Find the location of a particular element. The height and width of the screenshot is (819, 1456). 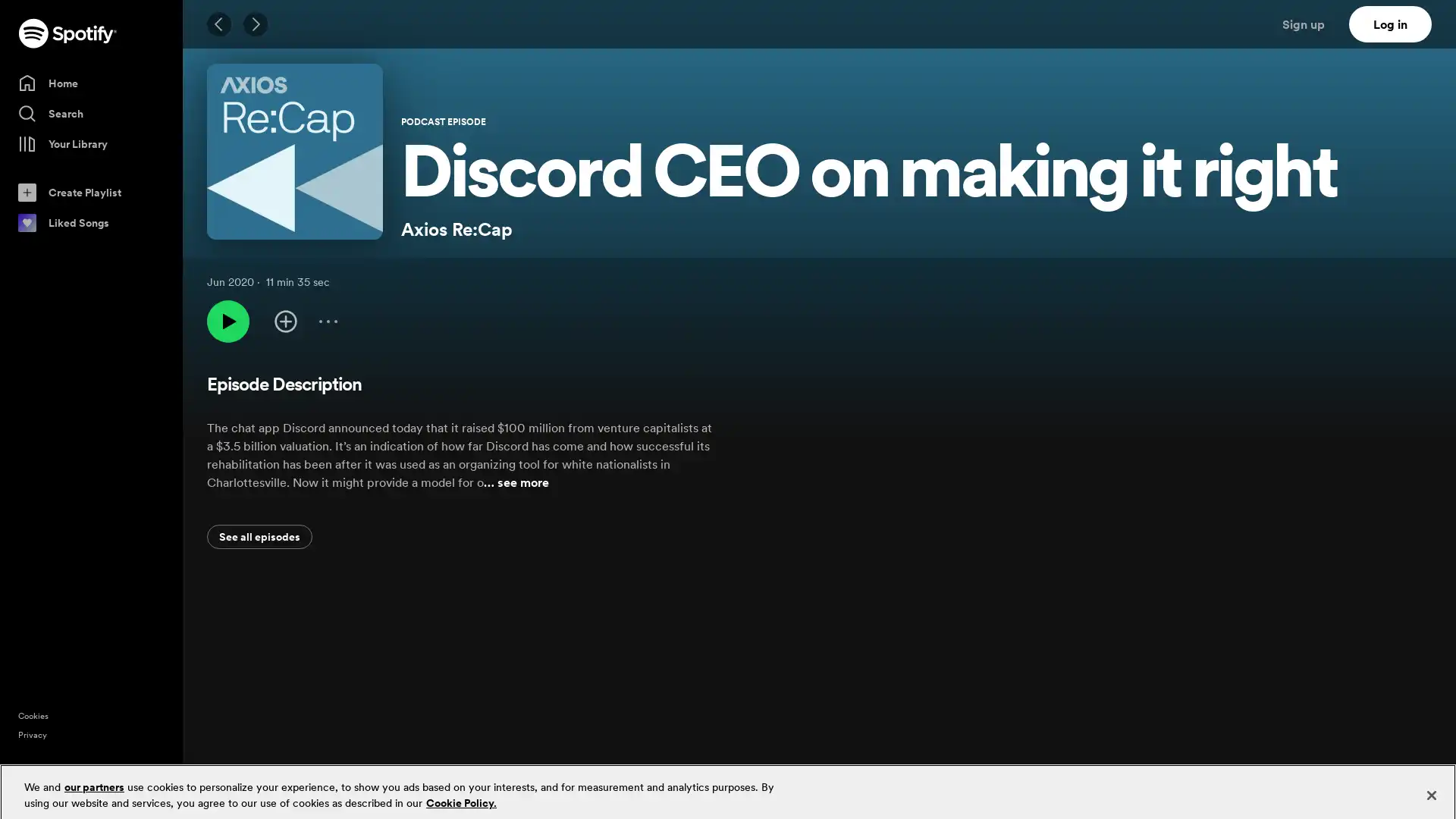

Close is located at coordinates (1430, 784).